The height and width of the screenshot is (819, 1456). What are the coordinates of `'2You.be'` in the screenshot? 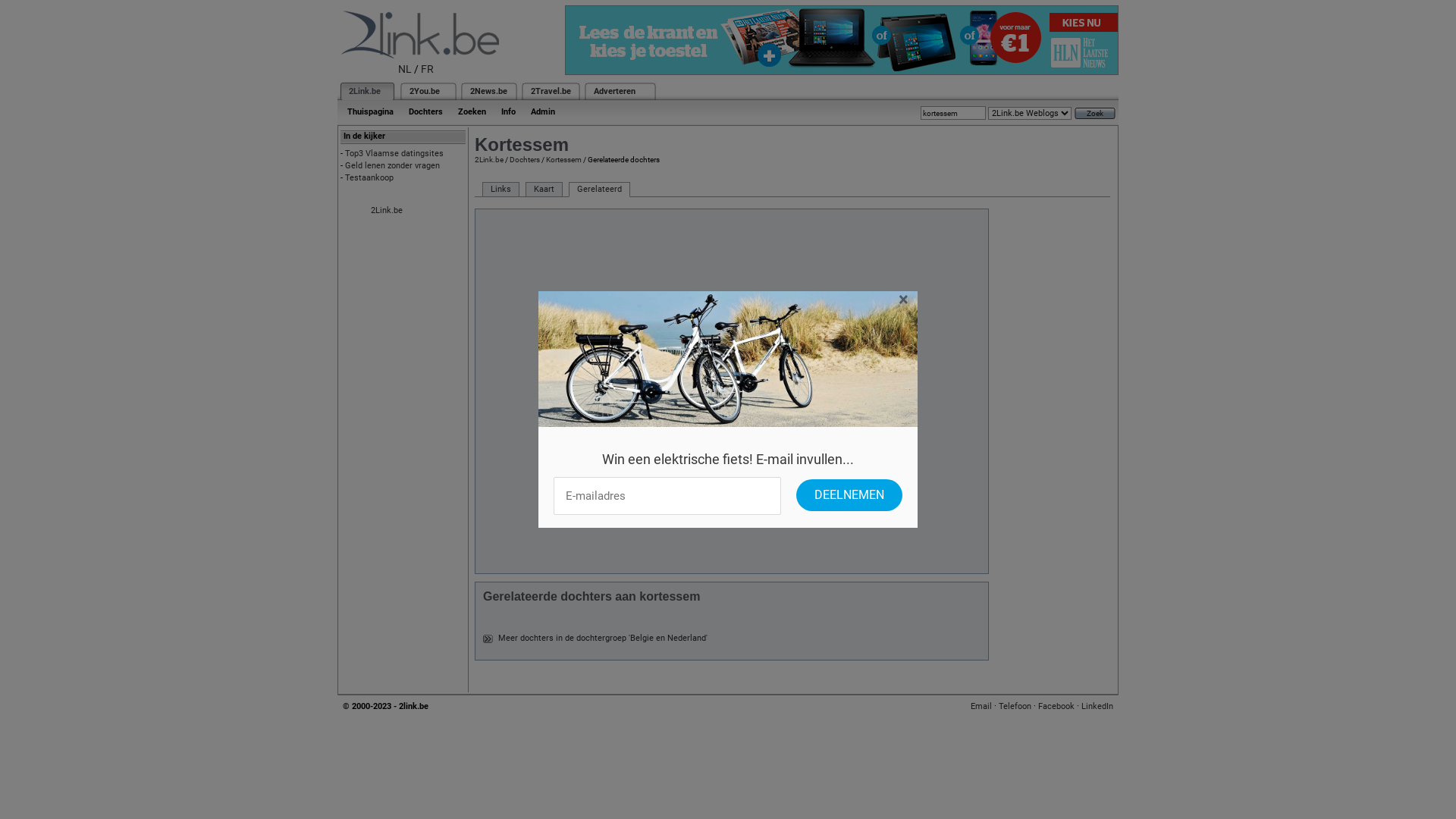 It's located at (425, 91).